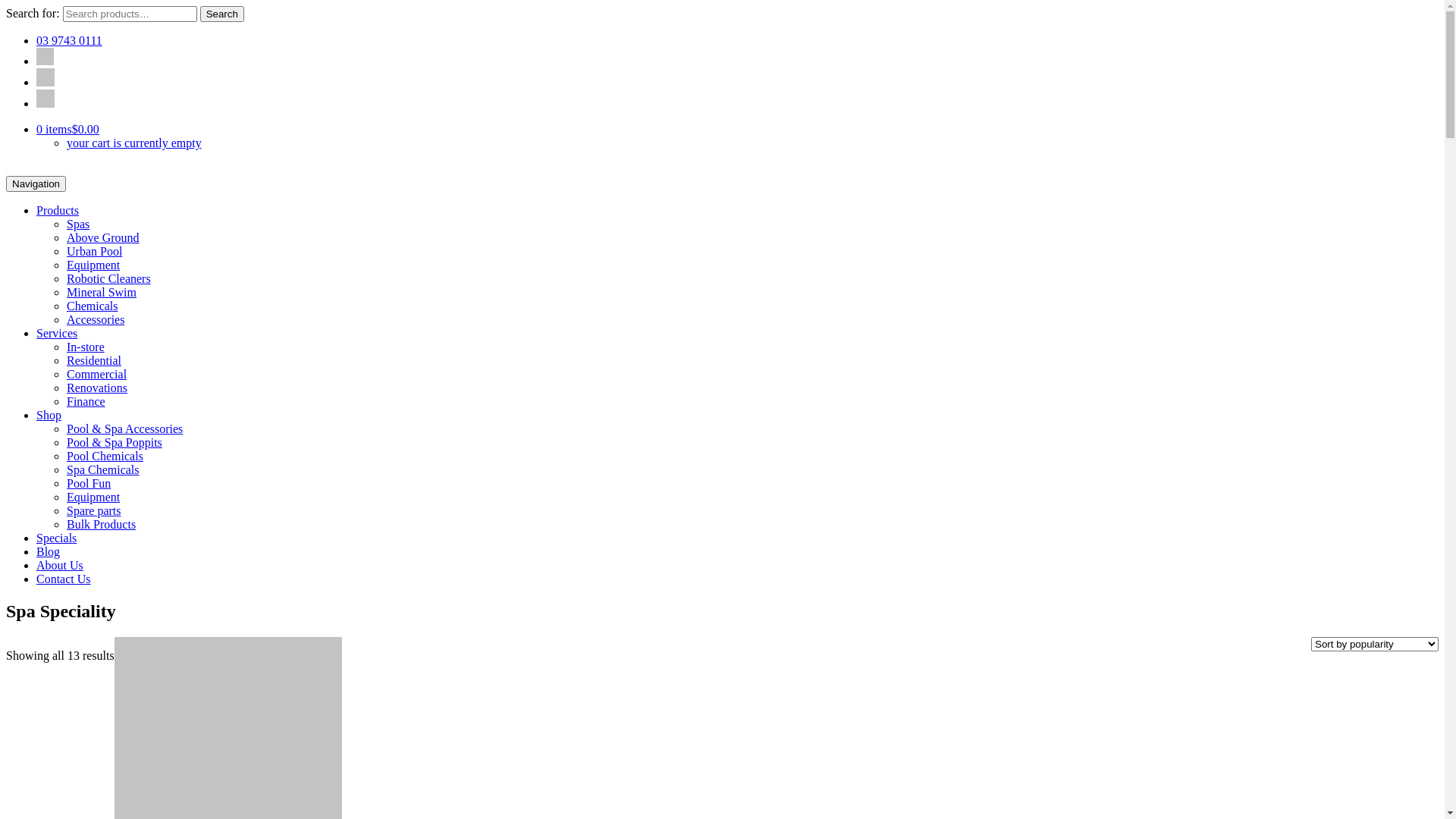 The image size is (1456, 819). What do you see at coordinates (65, 250) in the screenshot?
I see `'Urban Pool'` at bounding box center [65, 250].